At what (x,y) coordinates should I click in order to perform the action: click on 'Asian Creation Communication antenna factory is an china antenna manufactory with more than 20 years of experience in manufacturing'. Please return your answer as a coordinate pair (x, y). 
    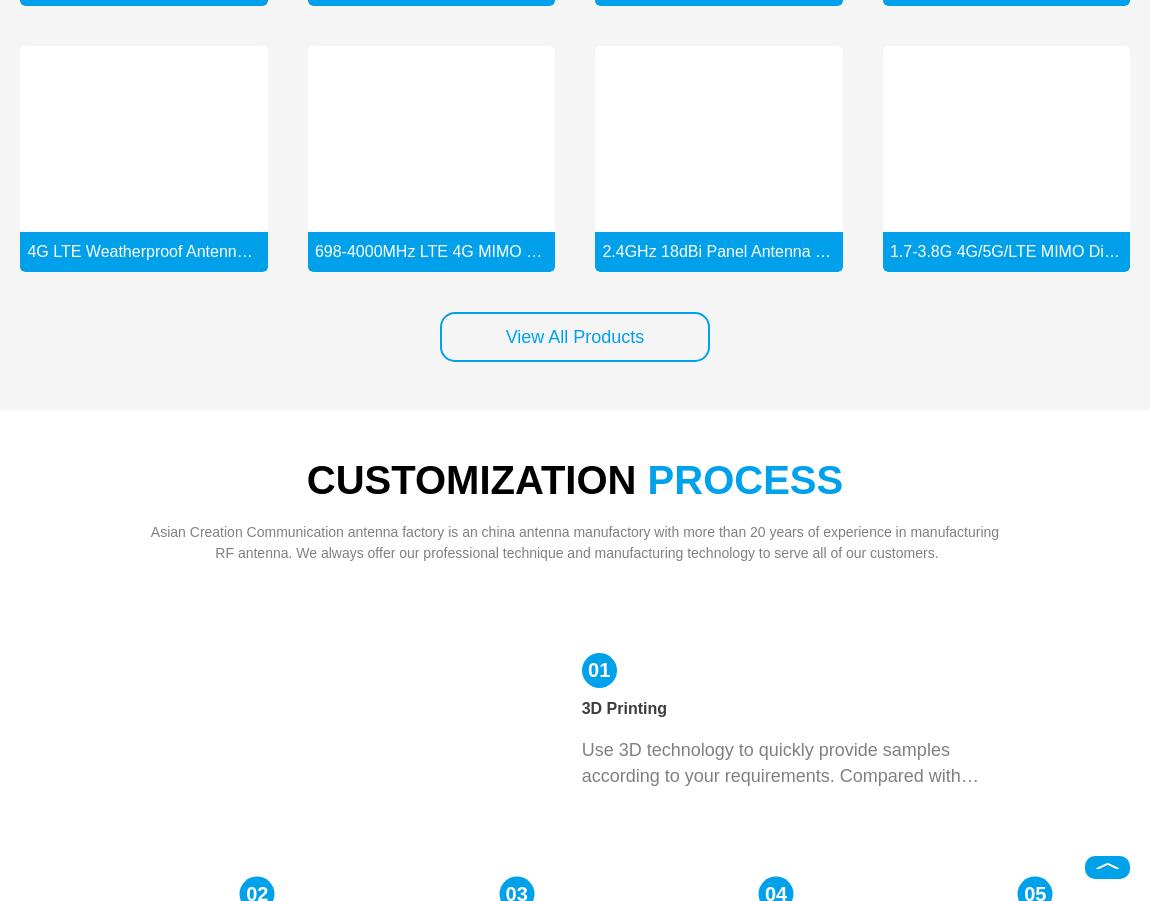
    Looking at the image, I should click on (574, 530).